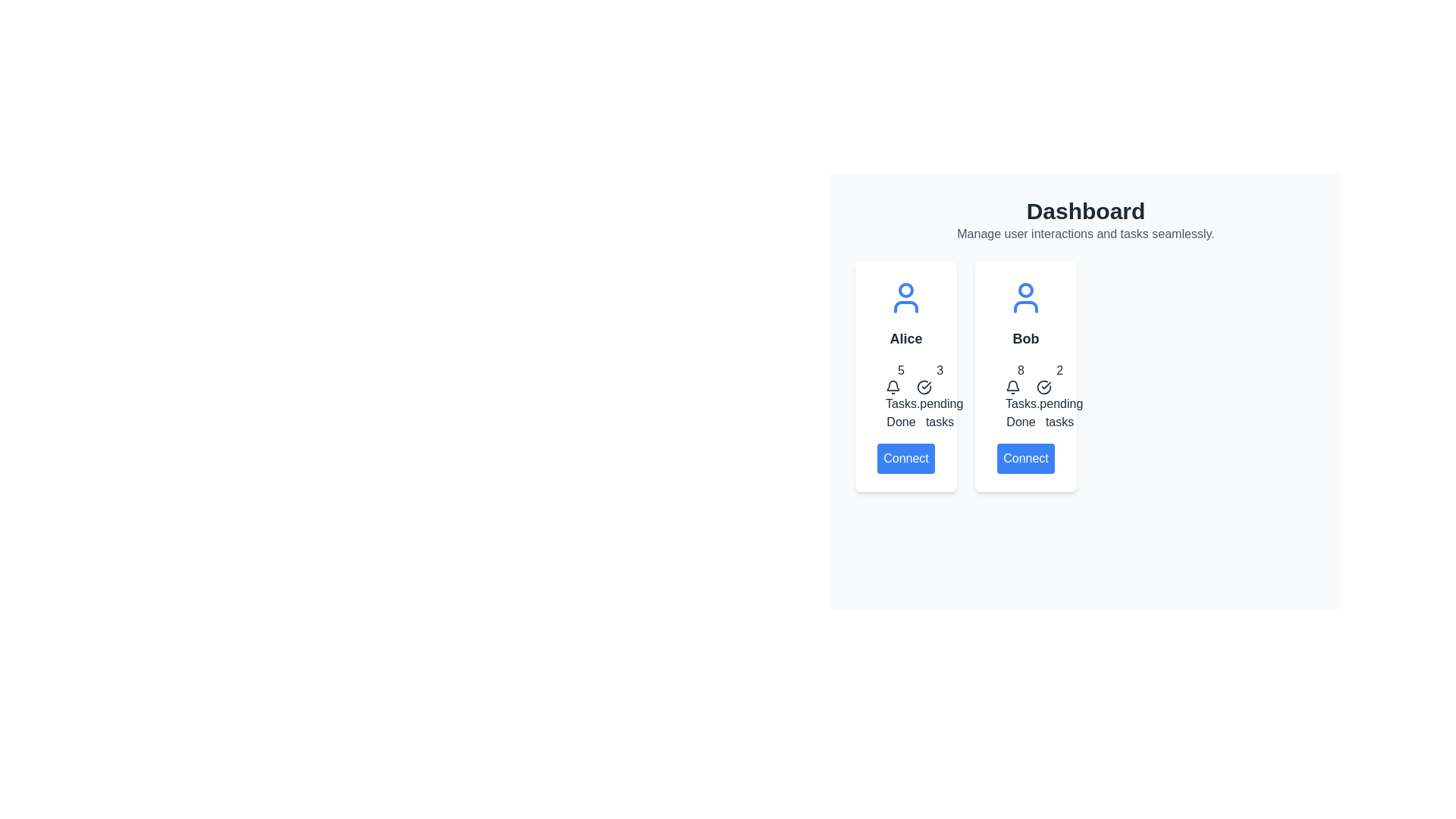  I want to click on the decorative icon component (circle within user icon) that represents a user profile, centrally positioned within the head of the user icon in the first card of the dashboard, so click(906, 290).